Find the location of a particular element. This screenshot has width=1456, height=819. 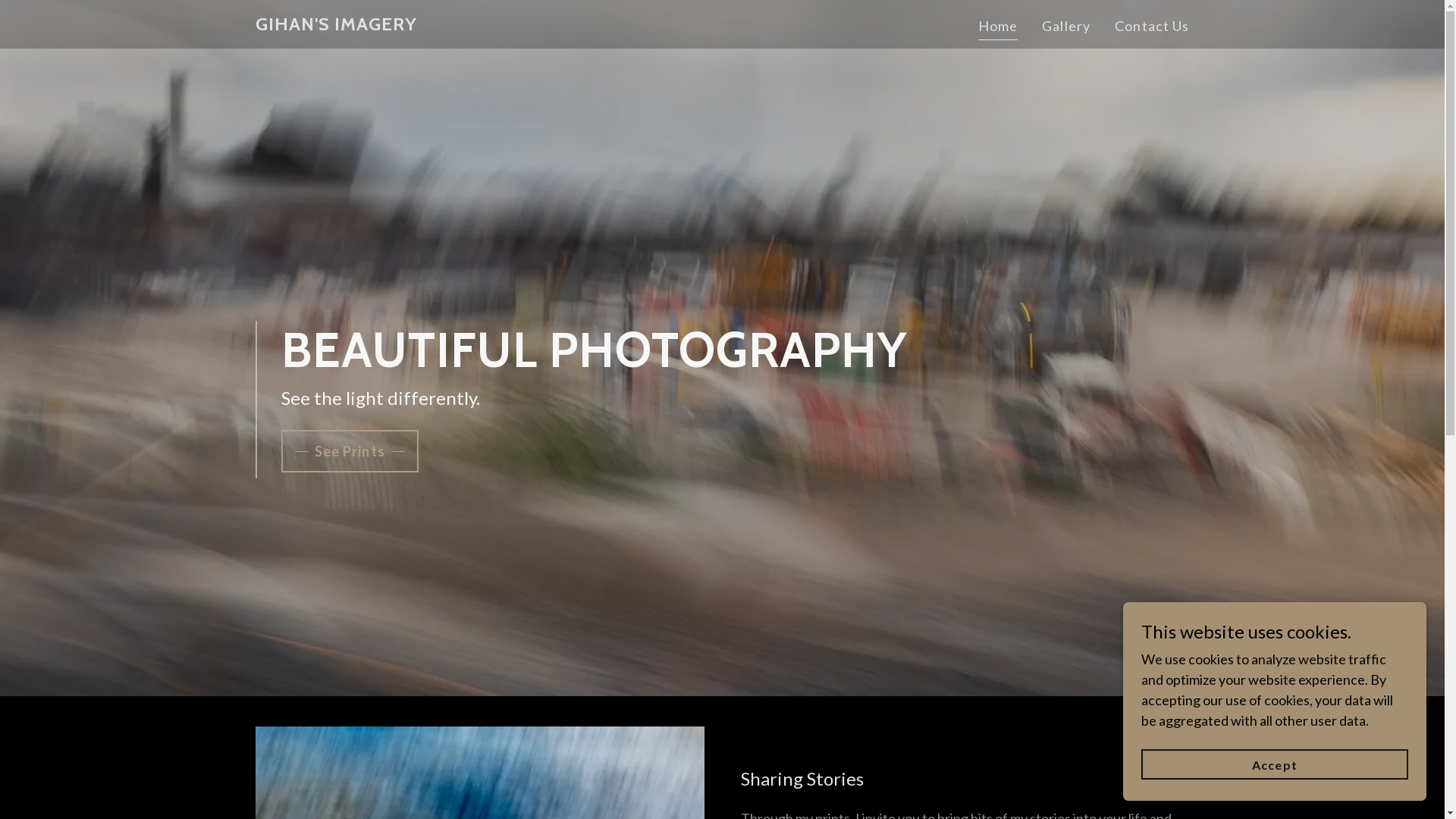

'Gallery' is located at coordinates (1065, 26).